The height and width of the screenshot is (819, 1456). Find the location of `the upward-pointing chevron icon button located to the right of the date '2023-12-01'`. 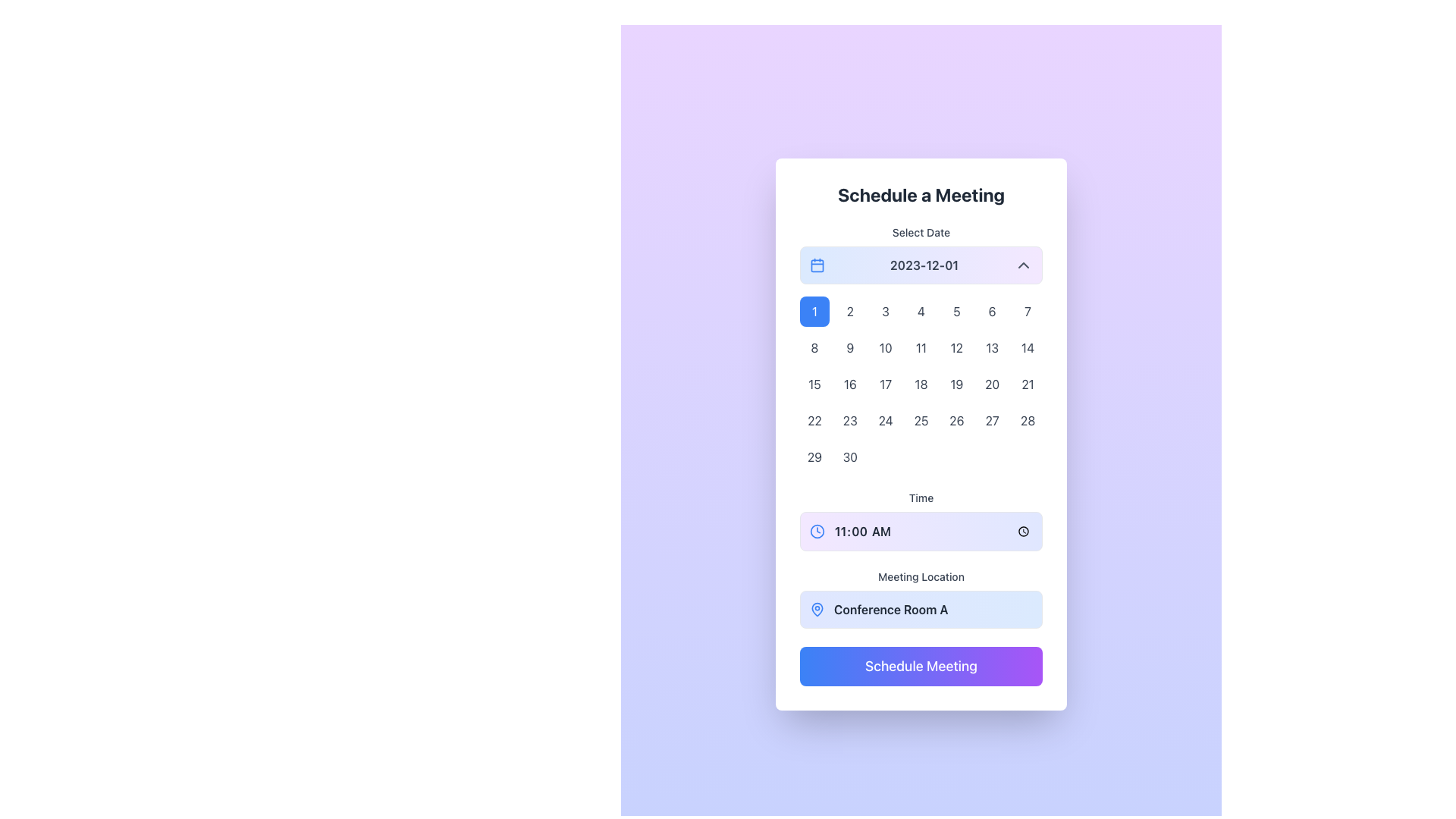

the upward-pointing chevron icon button located to the right of the date '2023-12-01' is located at coordinates (1023, 265).